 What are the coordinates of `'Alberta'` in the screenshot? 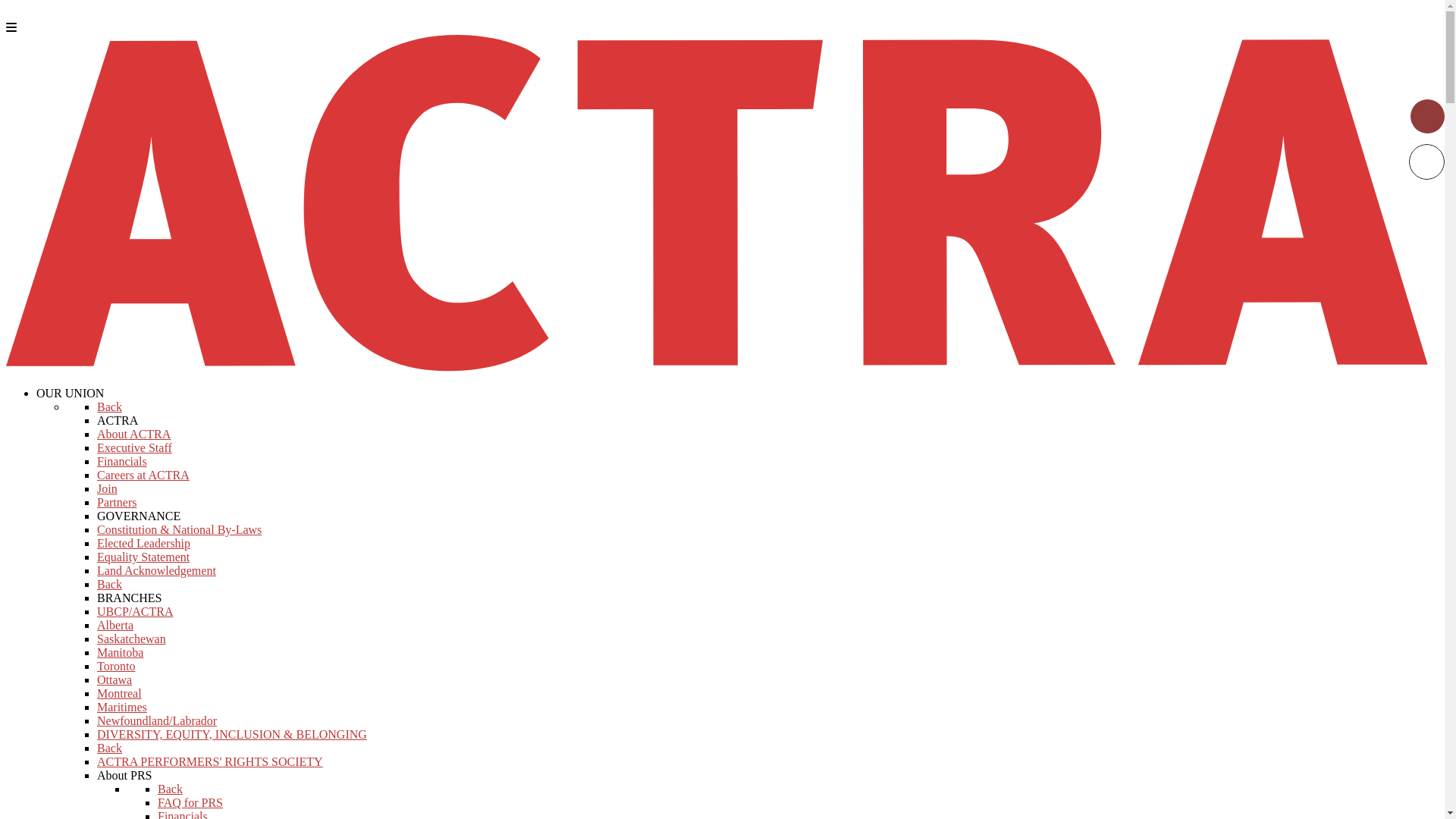 It's located at (115, 625).